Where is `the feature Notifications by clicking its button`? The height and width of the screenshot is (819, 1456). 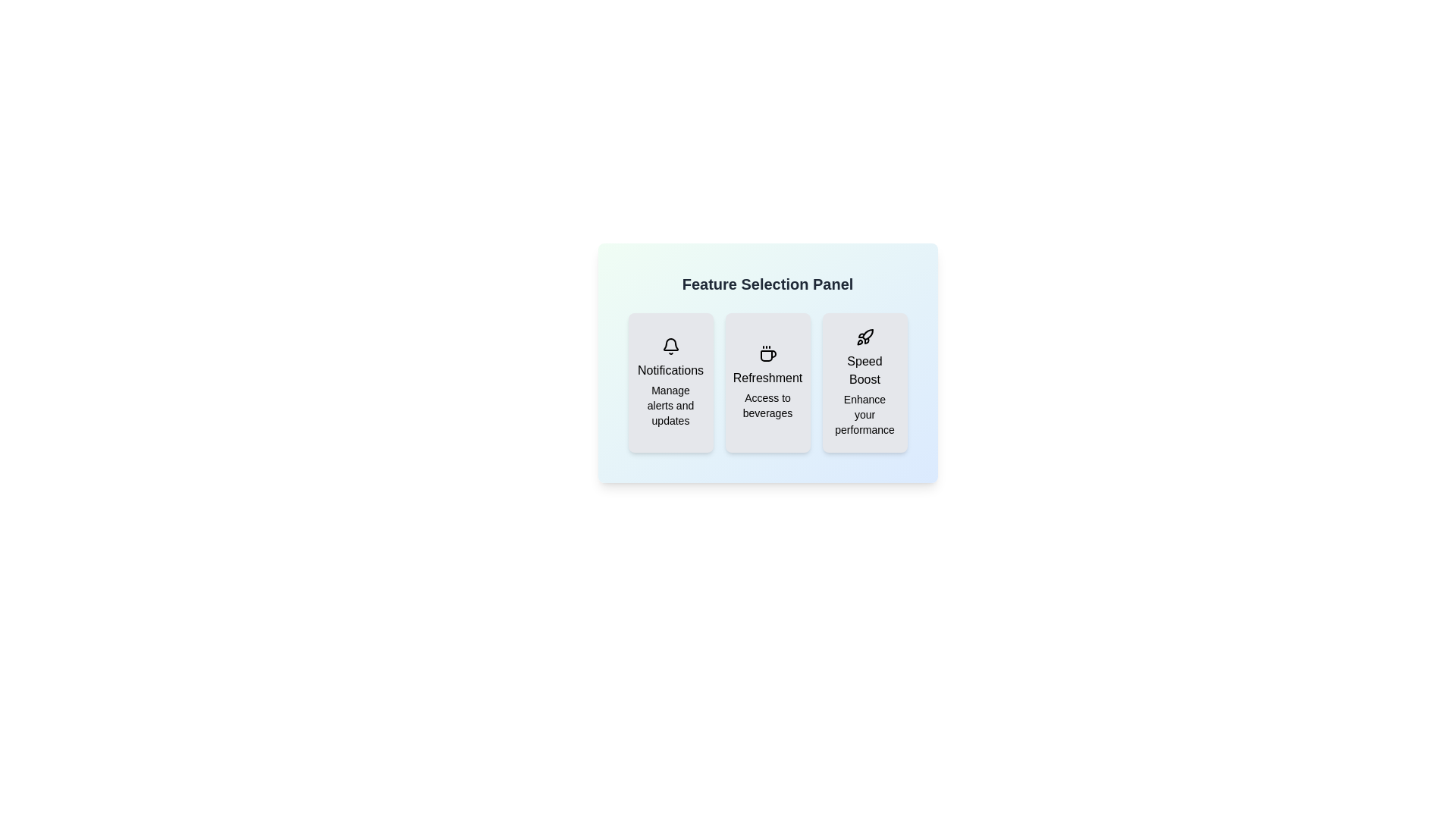 the feature Notifications by clicking its button is located at coordinates (670, 382).